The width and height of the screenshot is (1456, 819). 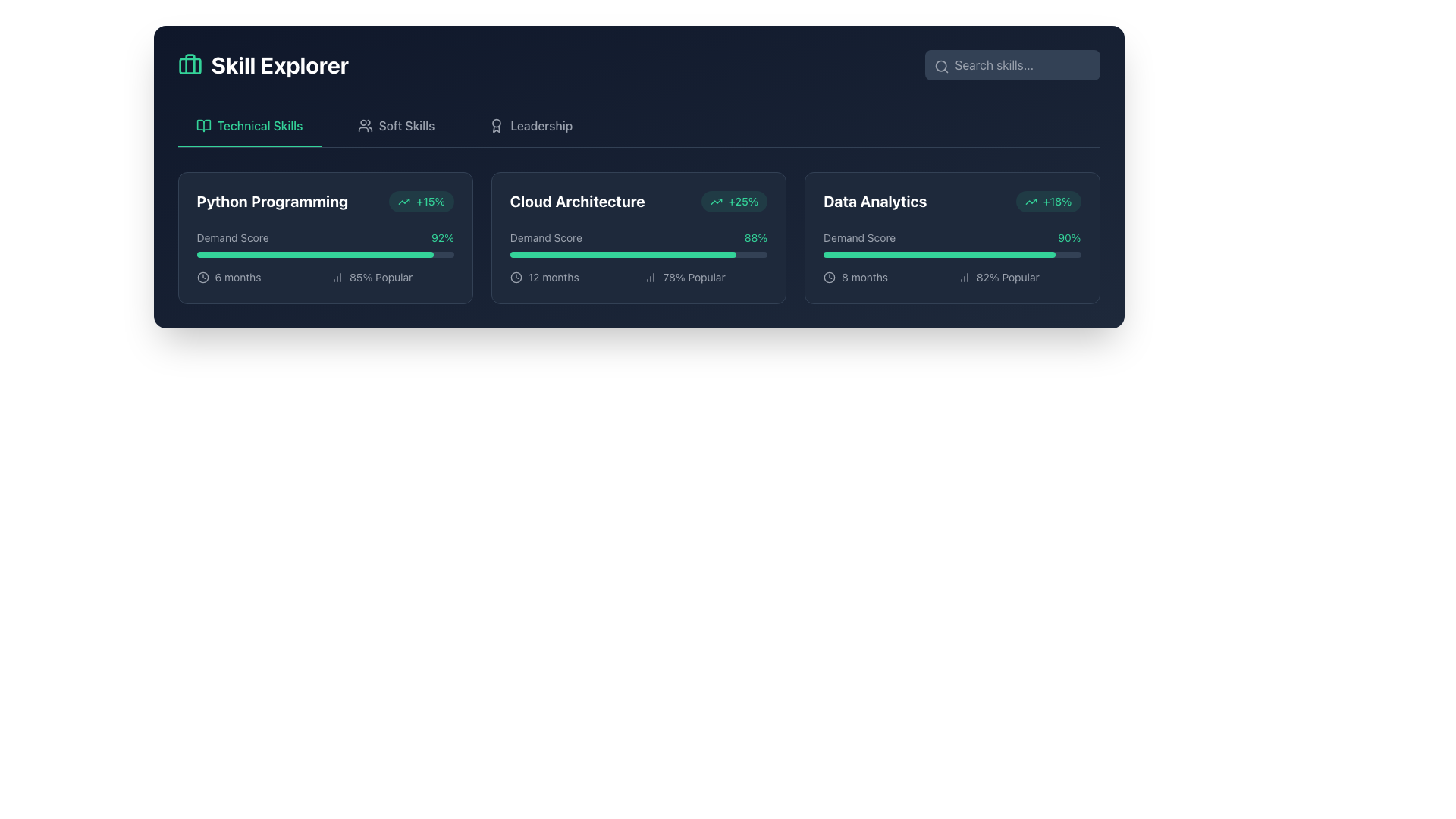 What do you see at coordinates (1047, 201) in the screenshot?
I see `percentage '+18%' and trend indicated by the upward trending arrow icon on the badge located at the top-right corner of the 'Data Analytics' card` at bounding box center [1047, 201].